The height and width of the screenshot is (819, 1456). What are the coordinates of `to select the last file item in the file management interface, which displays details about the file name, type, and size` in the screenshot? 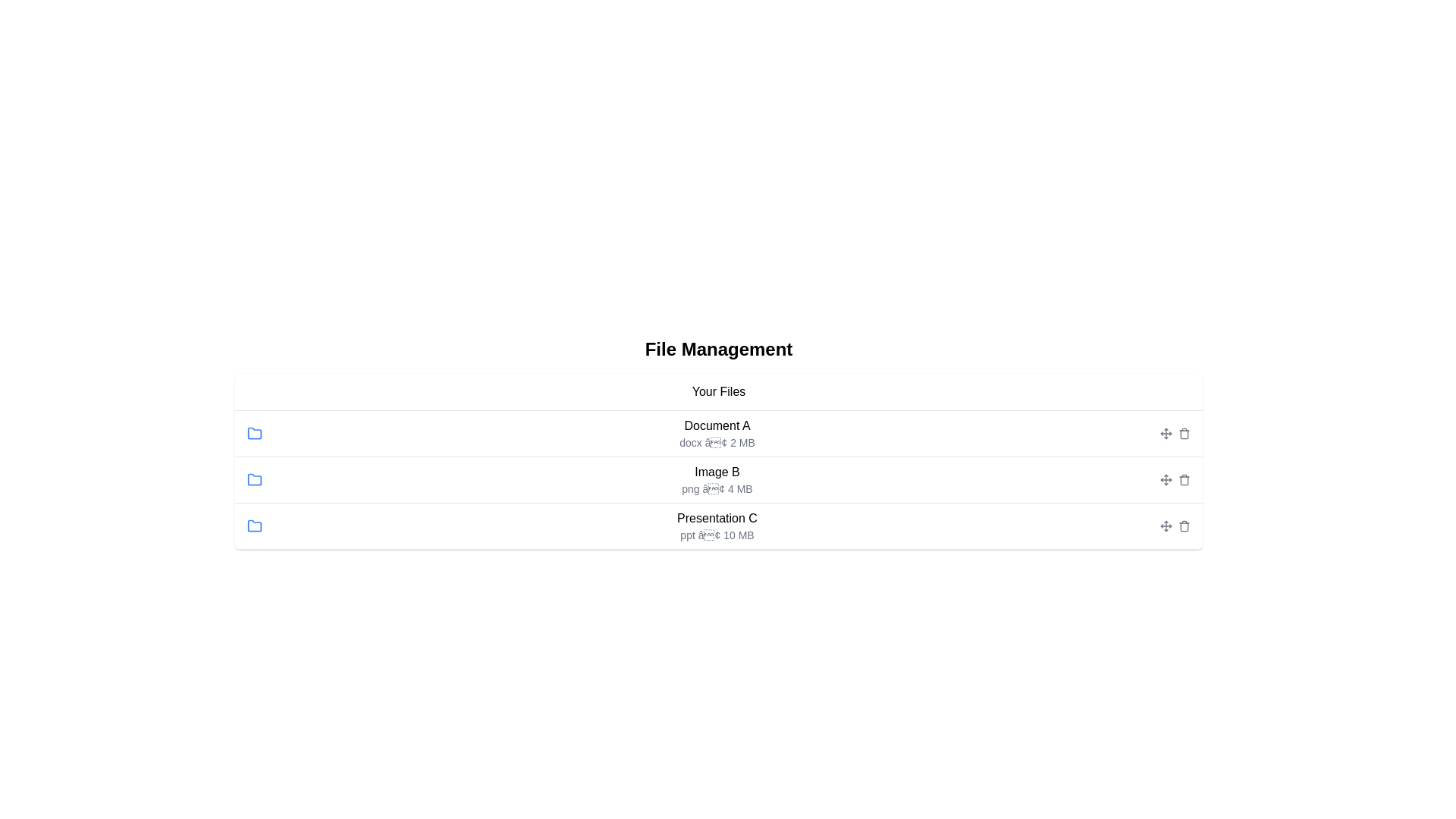 It's located at (718, 526).